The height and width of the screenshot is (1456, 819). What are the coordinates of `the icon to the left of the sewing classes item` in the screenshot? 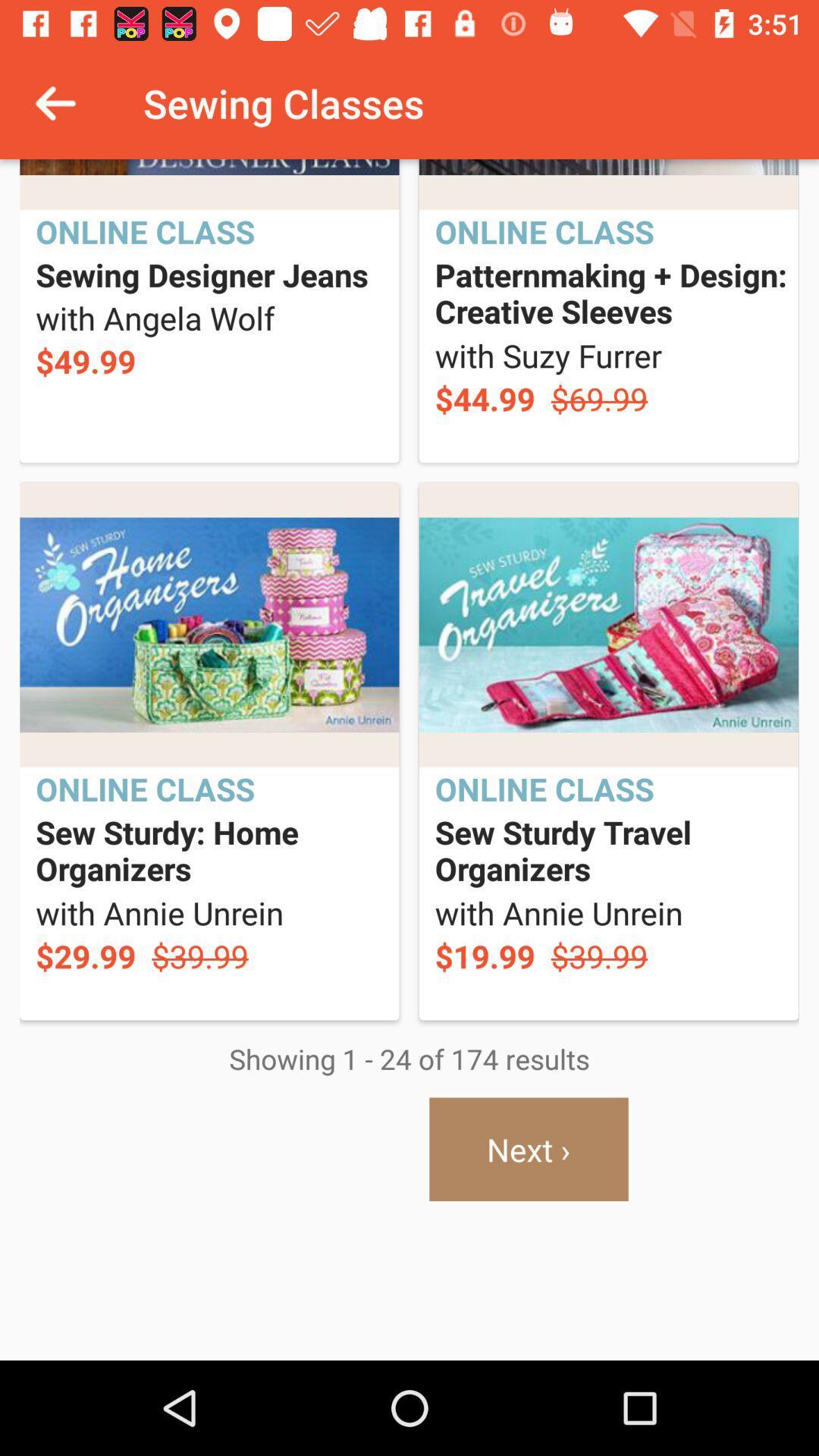 It's located at (55, 102).